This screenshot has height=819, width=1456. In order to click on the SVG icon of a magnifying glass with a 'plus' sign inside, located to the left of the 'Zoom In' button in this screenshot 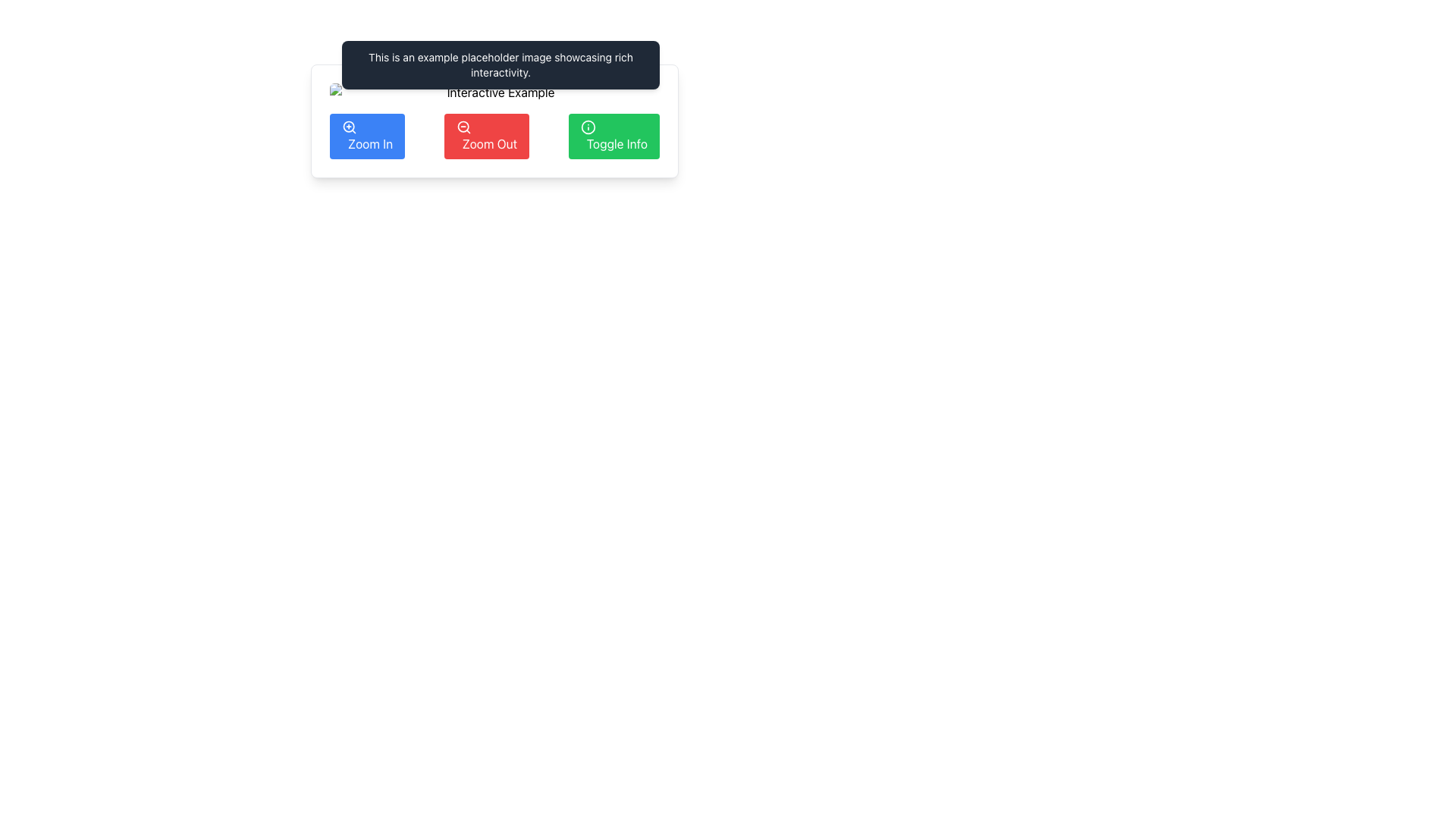, I will do `click(348, 127)`.